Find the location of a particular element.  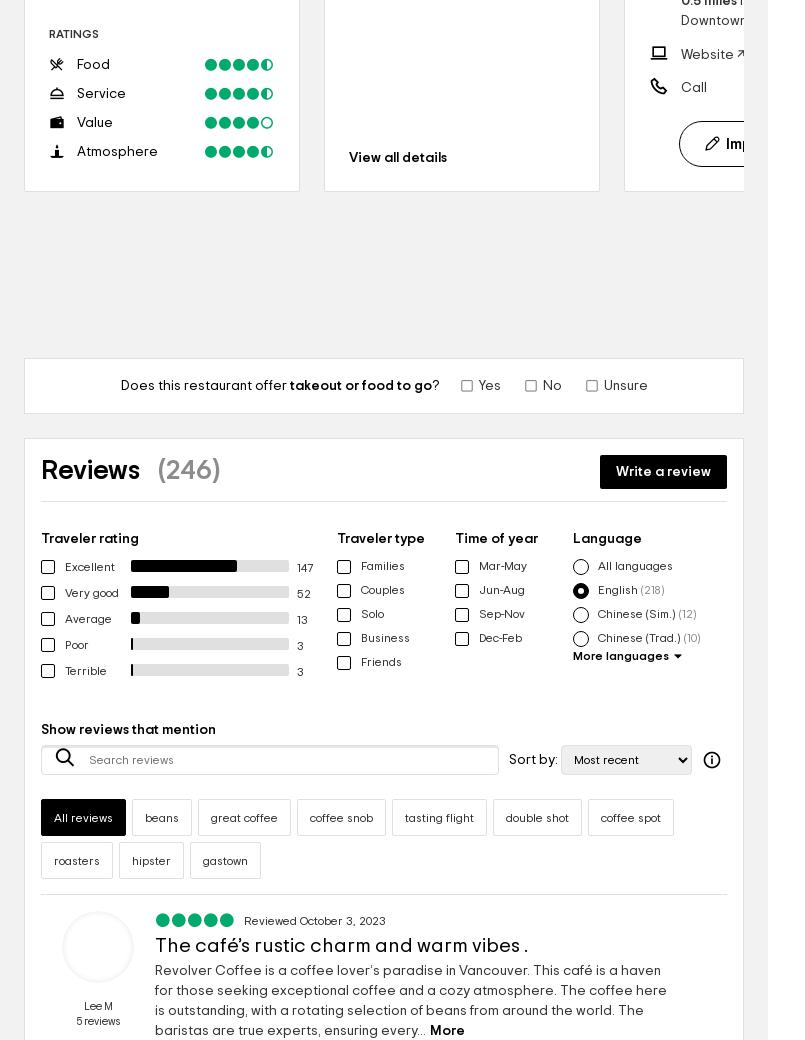

'147' is located at coordinates (302, 567).